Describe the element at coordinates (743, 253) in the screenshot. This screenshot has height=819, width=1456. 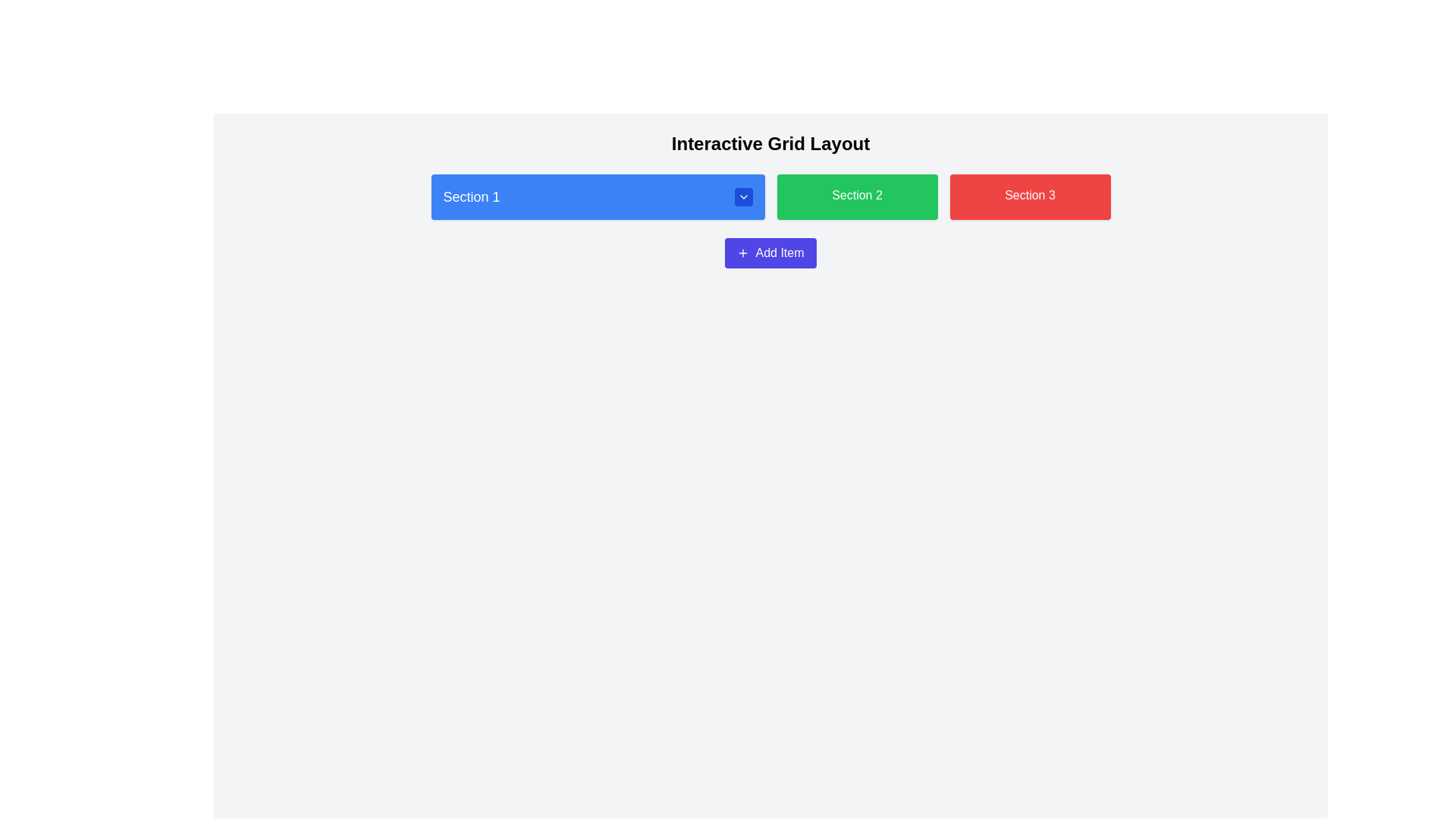
I see `the centered '+' icon within the 'Add Item' button that has a purple background and white text` at that location.